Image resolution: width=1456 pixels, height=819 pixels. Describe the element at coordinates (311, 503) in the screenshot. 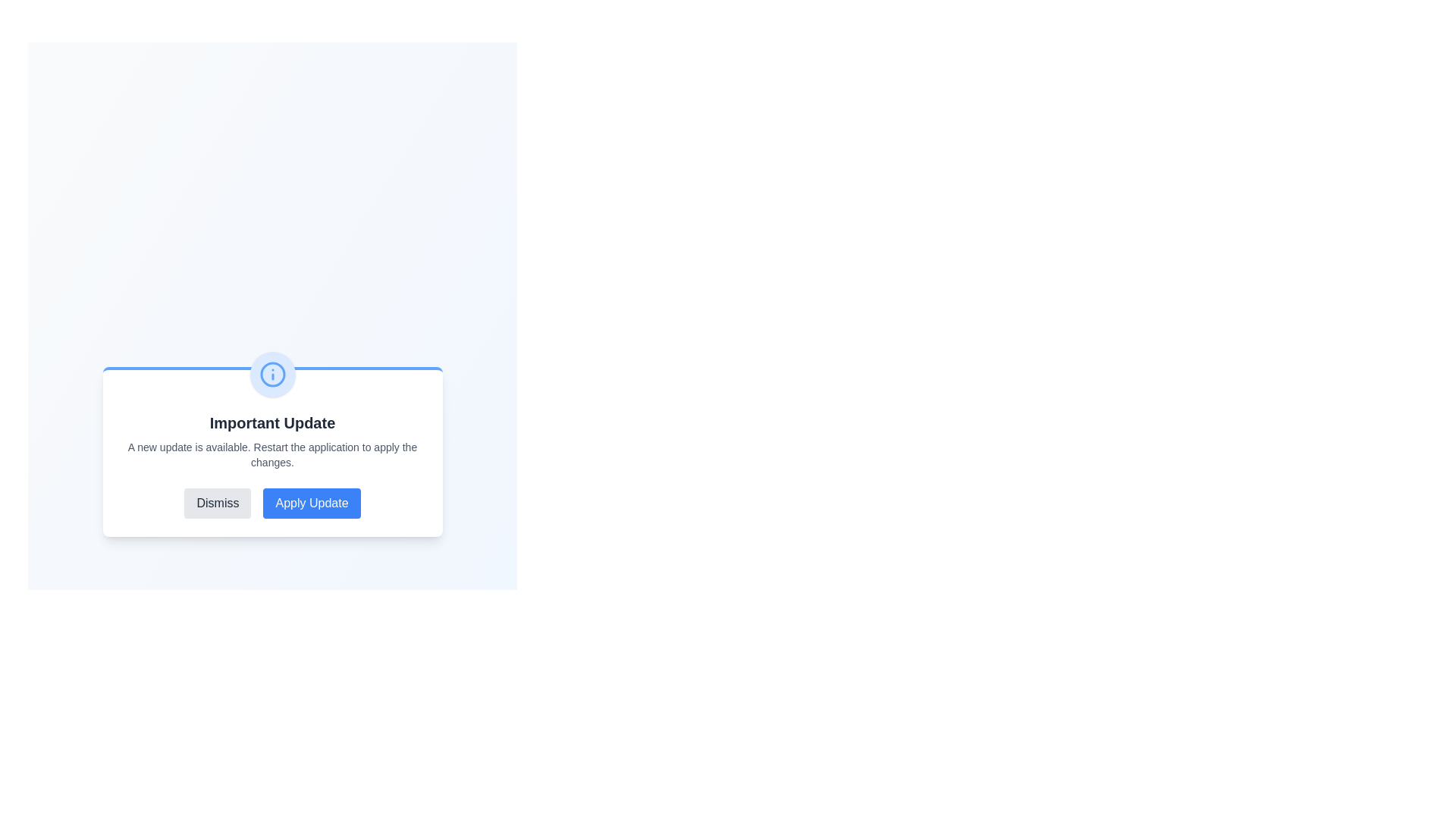

I see `'Apply Update' button to apply the update` at that location.